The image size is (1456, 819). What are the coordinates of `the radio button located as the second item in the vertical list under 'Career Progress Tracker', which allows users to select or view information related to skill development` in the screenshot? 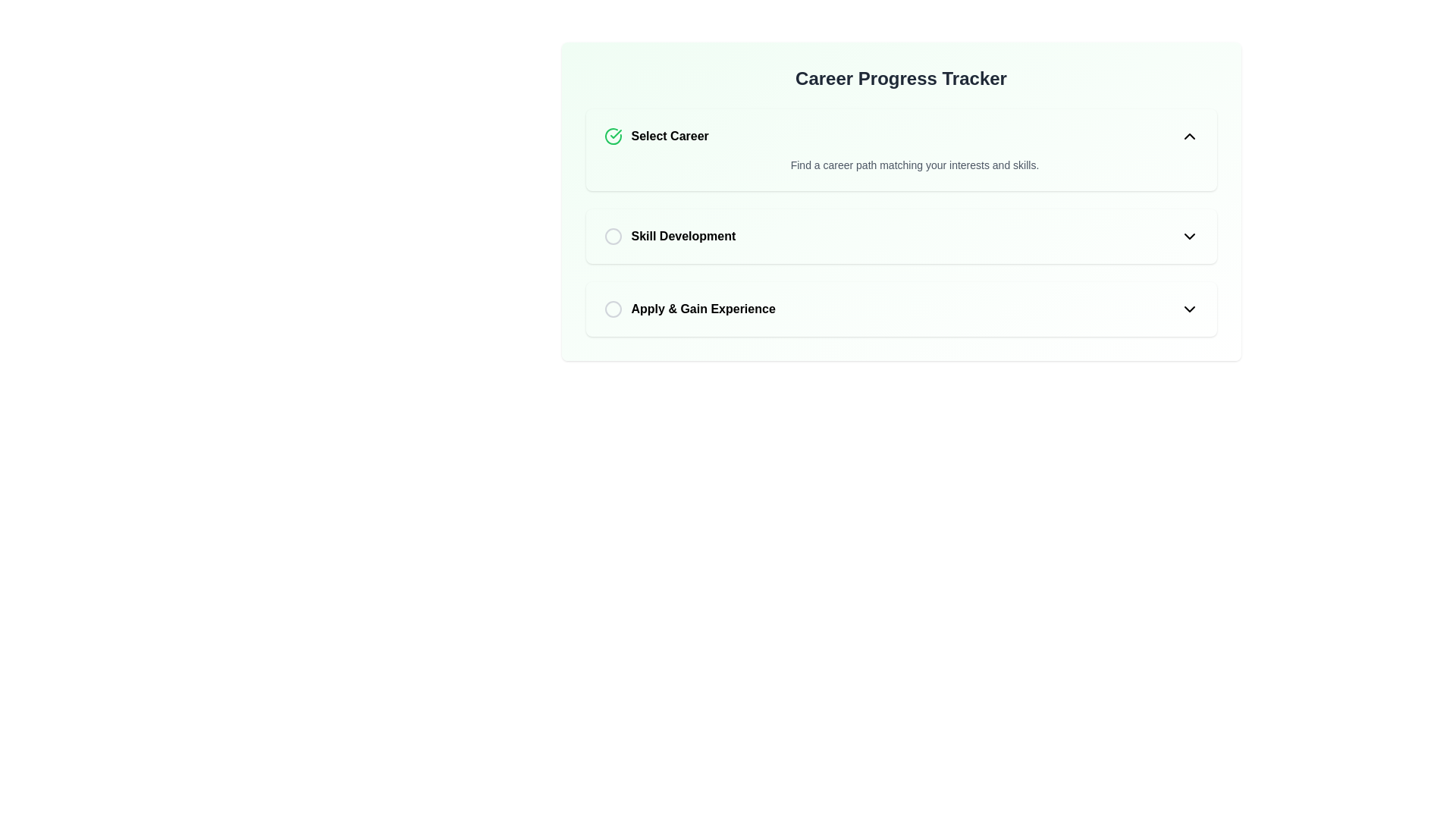 It's located at (901, 237).